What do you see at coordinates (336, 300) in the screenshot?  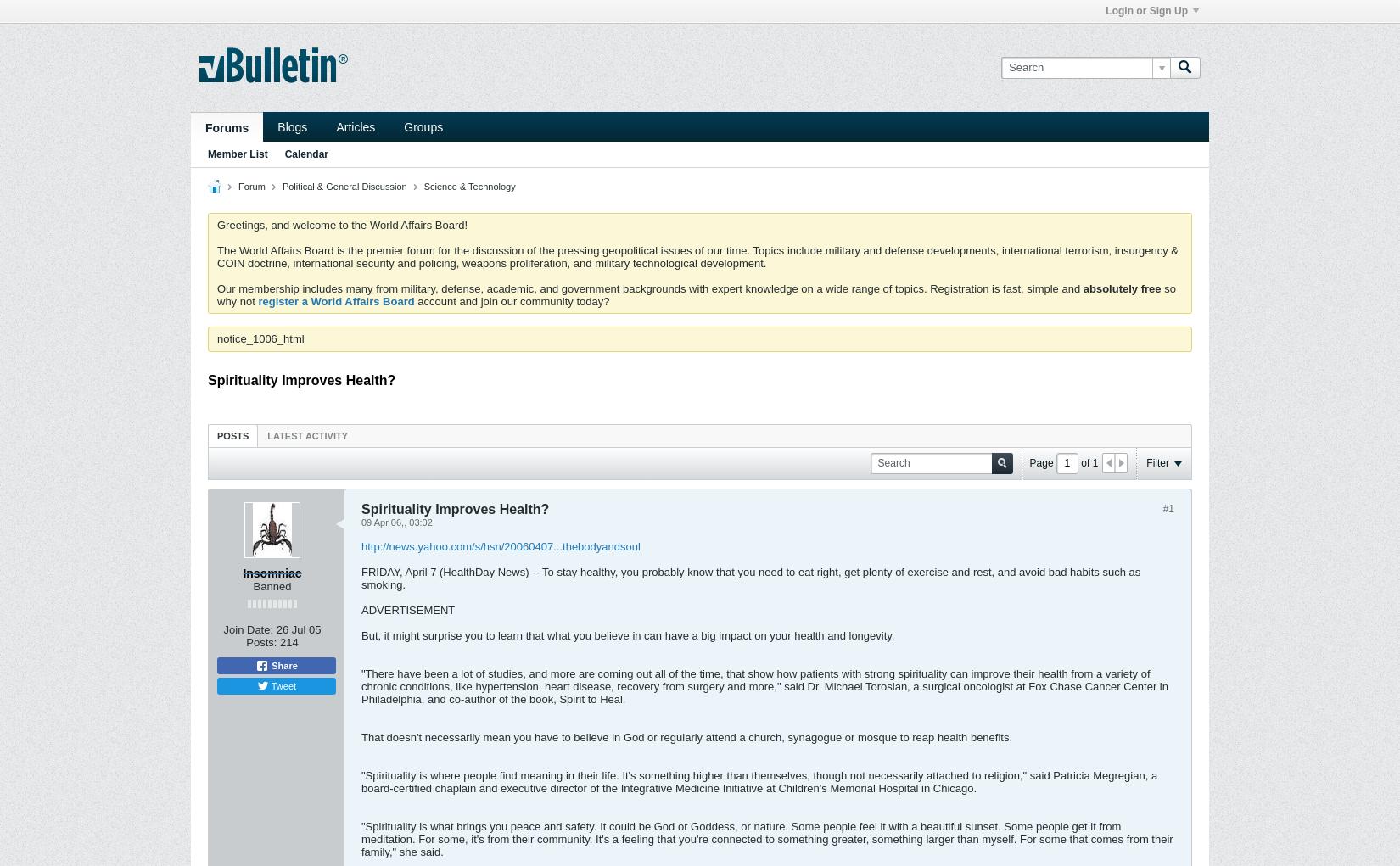 I see `'register a World Affairs Board'` at bounding box center [336, 300].